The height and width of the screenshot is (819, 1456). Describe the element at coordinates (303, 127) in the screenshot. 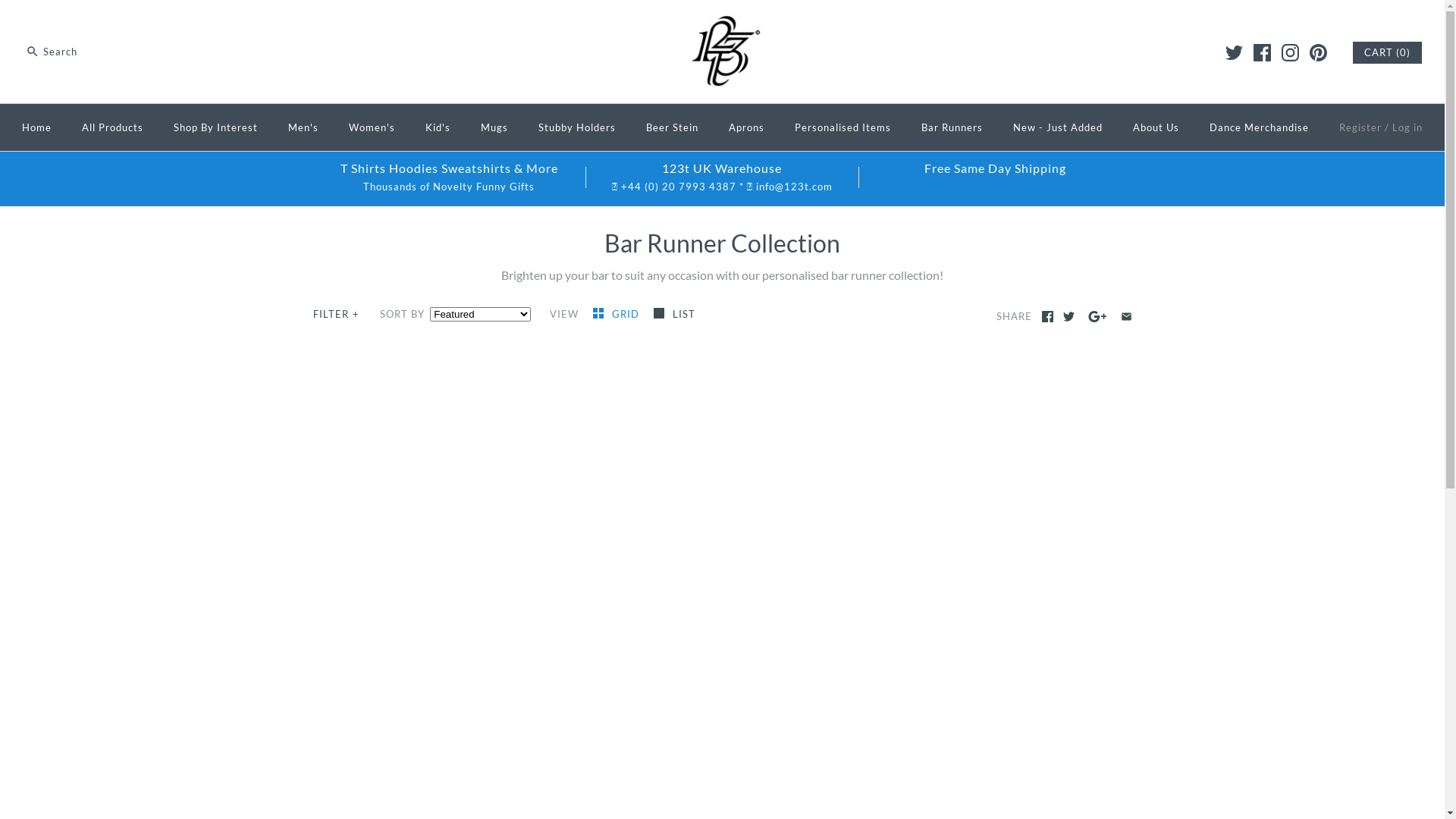

I see `'Men's'` at that location.